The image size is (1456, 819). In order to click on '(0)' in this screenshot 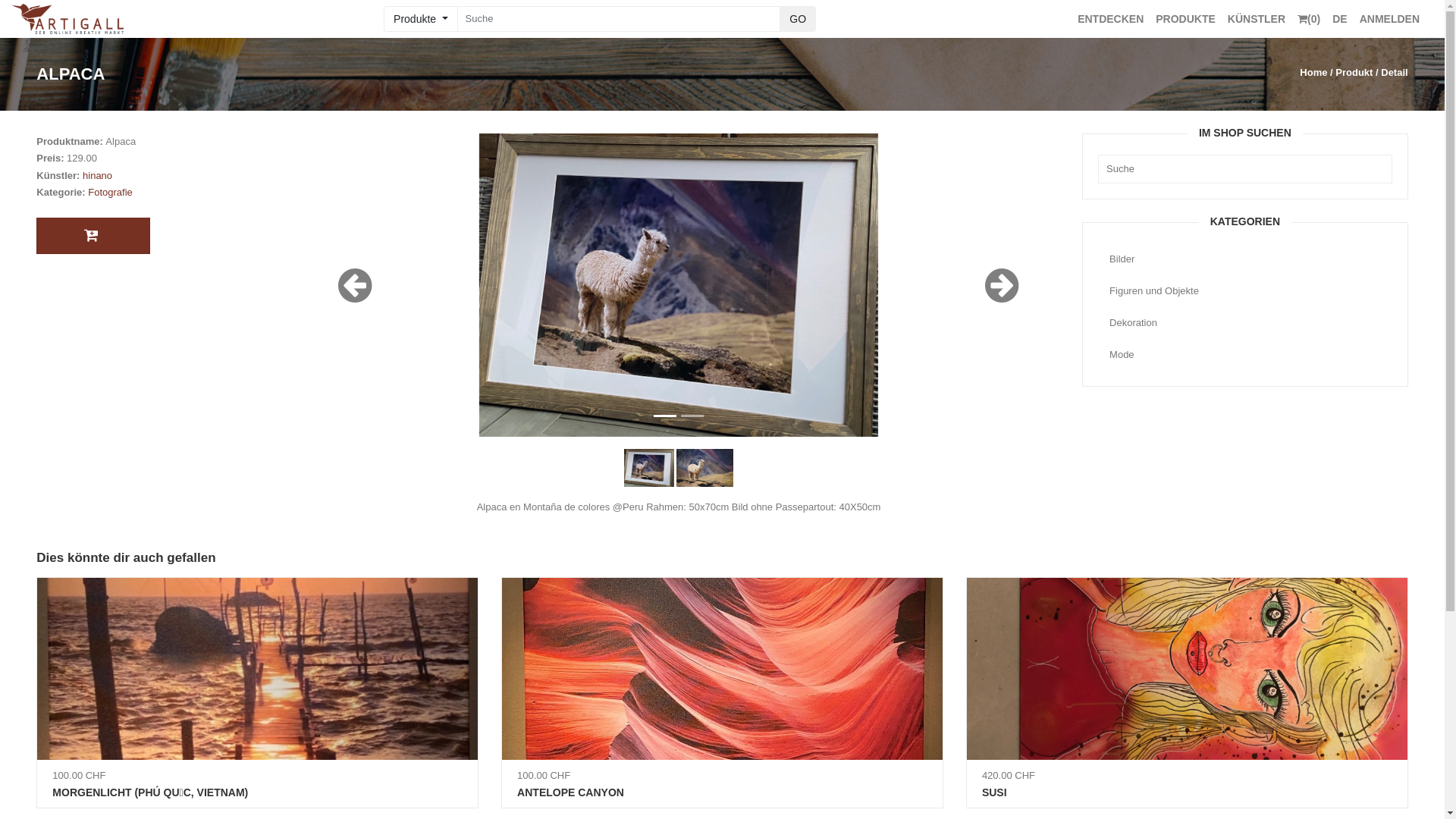, I will do `click(1308, 18)`.